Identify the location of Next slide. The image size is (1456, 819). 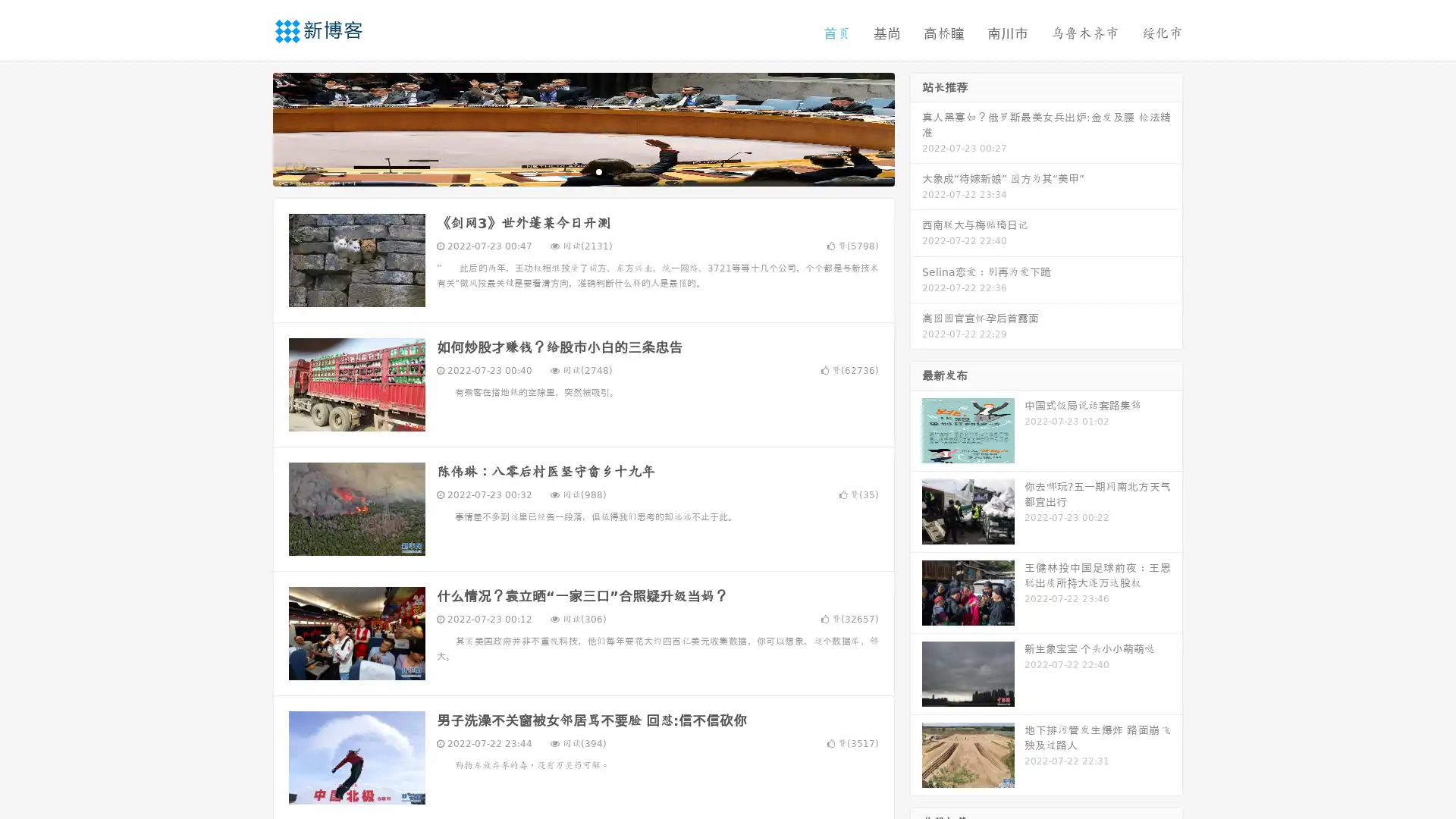
(916, 127).